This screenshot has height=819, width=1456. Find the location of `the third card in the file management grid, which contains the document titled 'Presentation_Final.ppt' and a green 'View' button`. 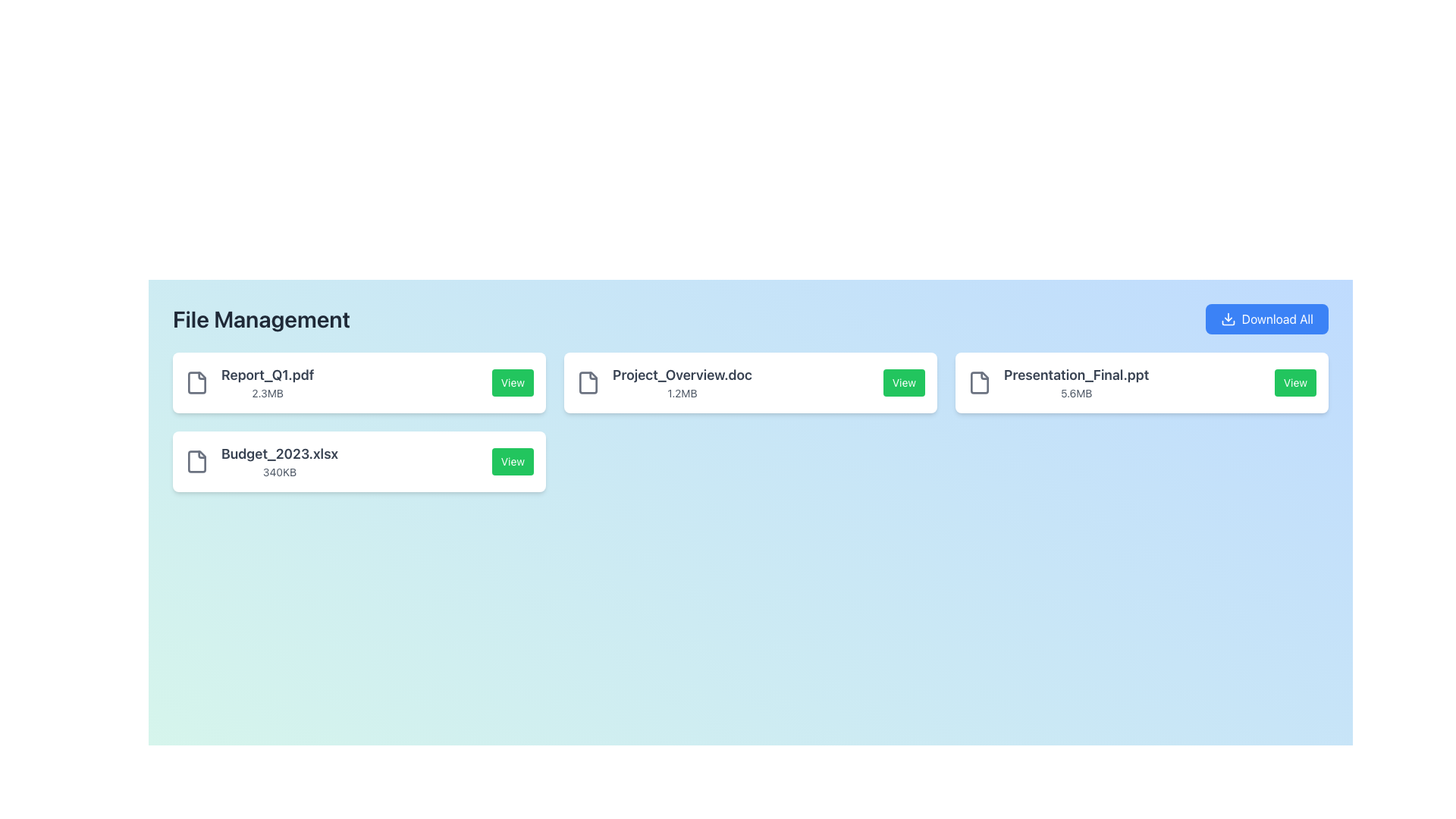

the third card in the file management grid, which contains the document titled 'Presentation_Final.ppt' and a green 'View' button is located at coordinates (1142, 382).